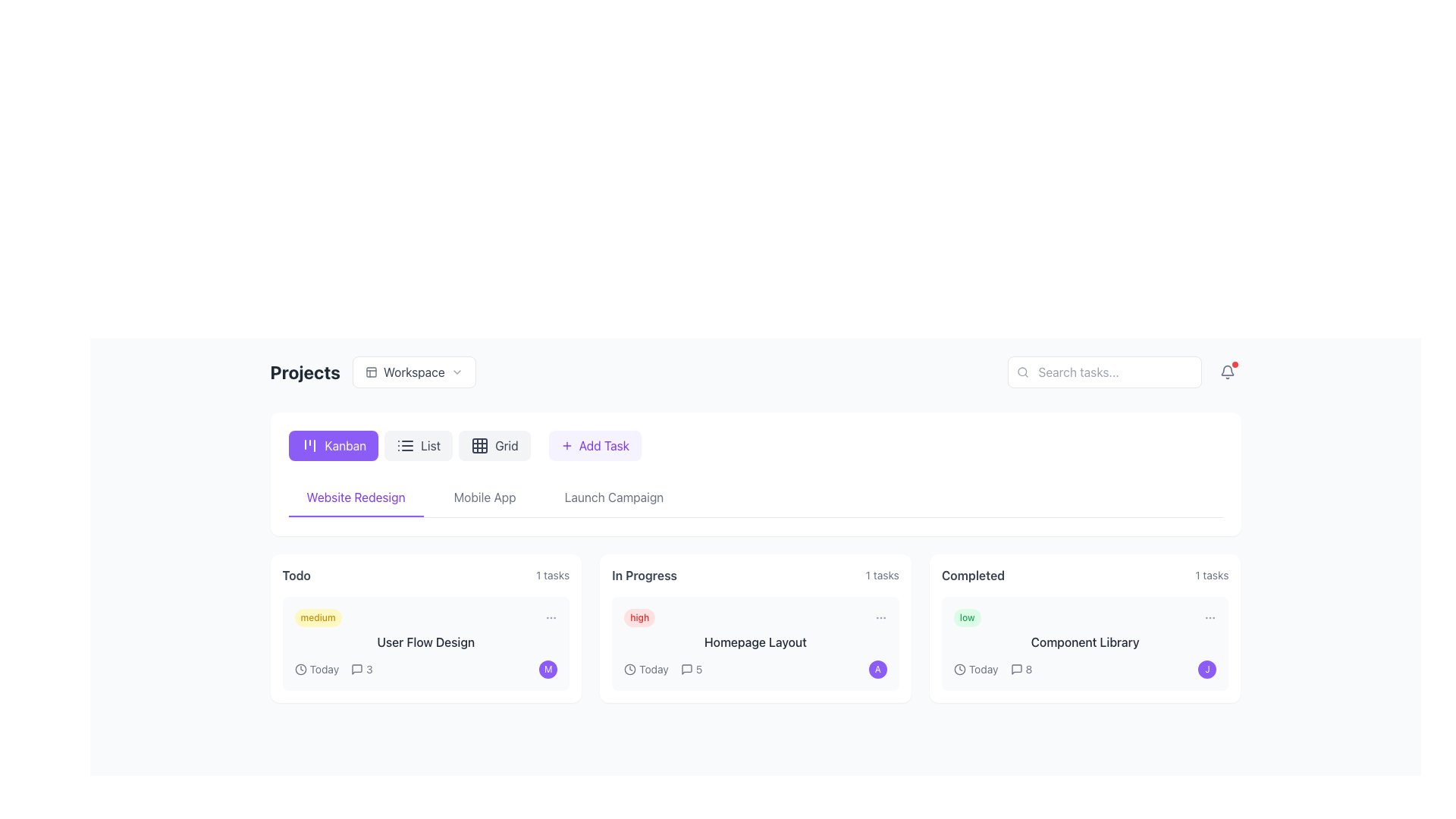  What do you see at coordinates (630, 669) in the screenshot?
I see `the Decorative SVG circle element representing the clock face located at the bottom-left of the 'In Progress' card section` at bounding box center [630, 669].